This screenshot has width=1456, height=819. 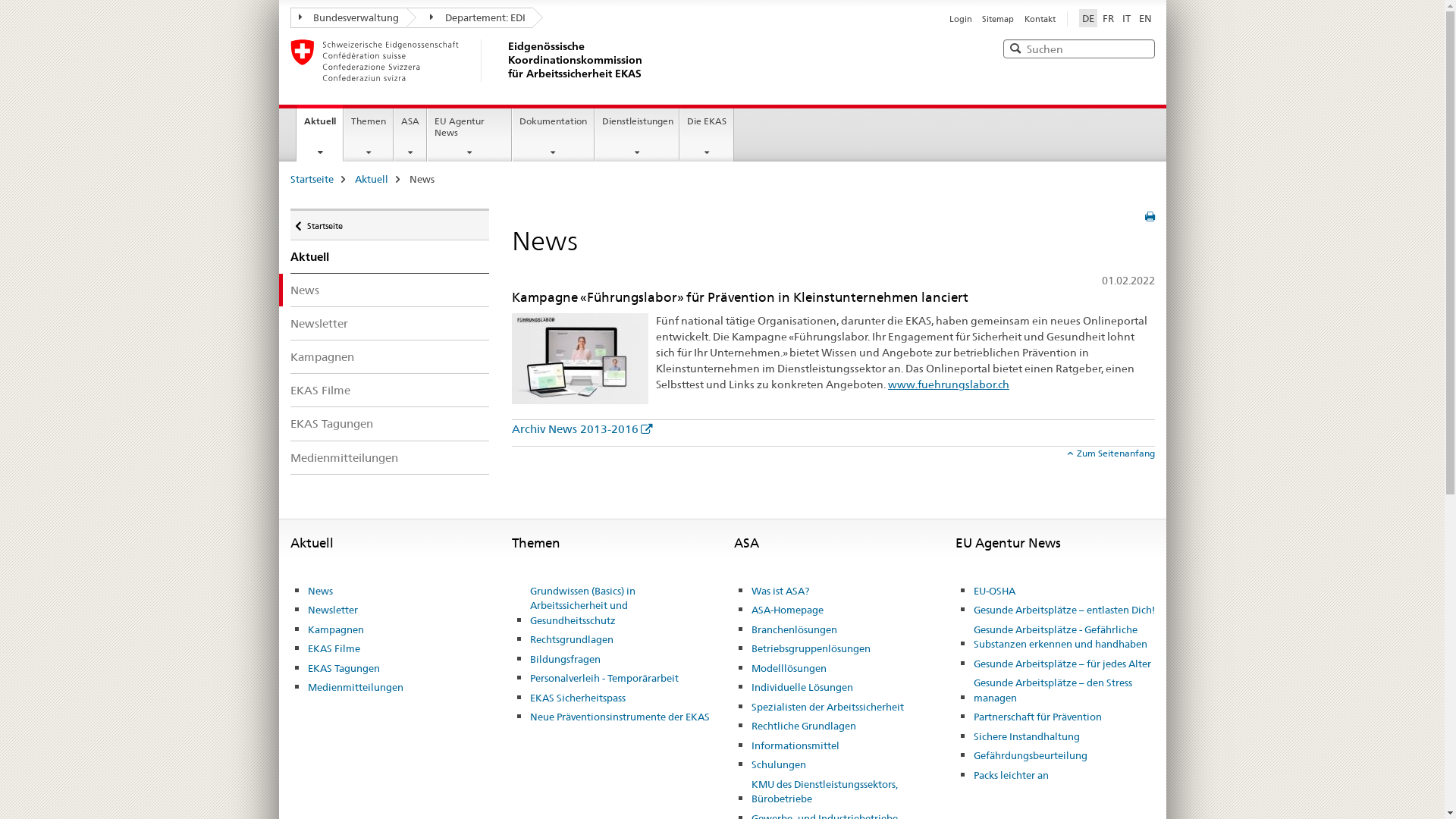 I want to click on 'Departement: EDI', so click(x=469, y=17).